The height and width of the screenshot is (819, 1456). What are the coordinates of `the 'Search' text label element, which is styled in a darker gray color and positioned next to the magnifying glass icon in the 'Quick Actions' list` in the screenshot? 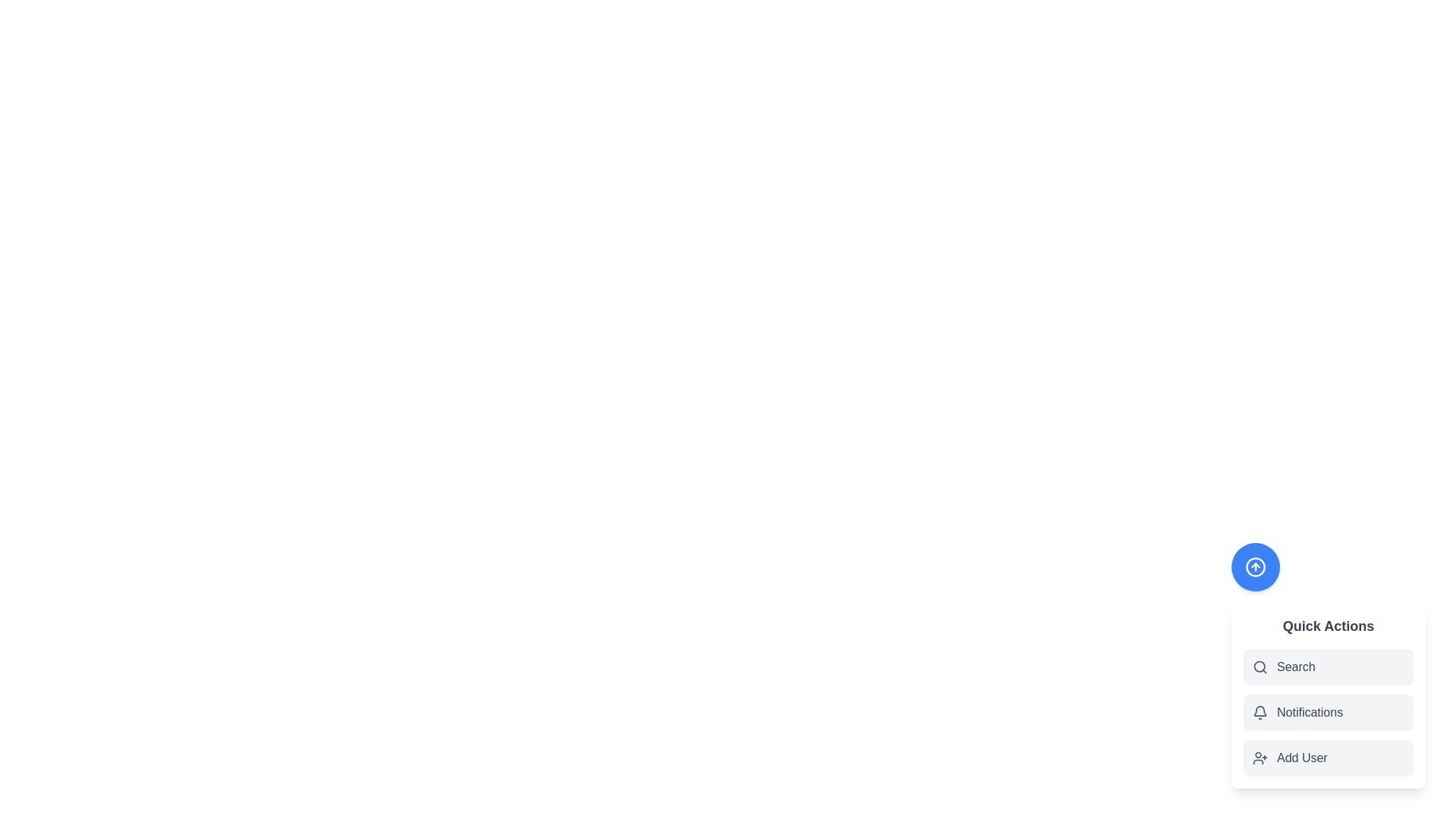 It's located at (1295, 666).